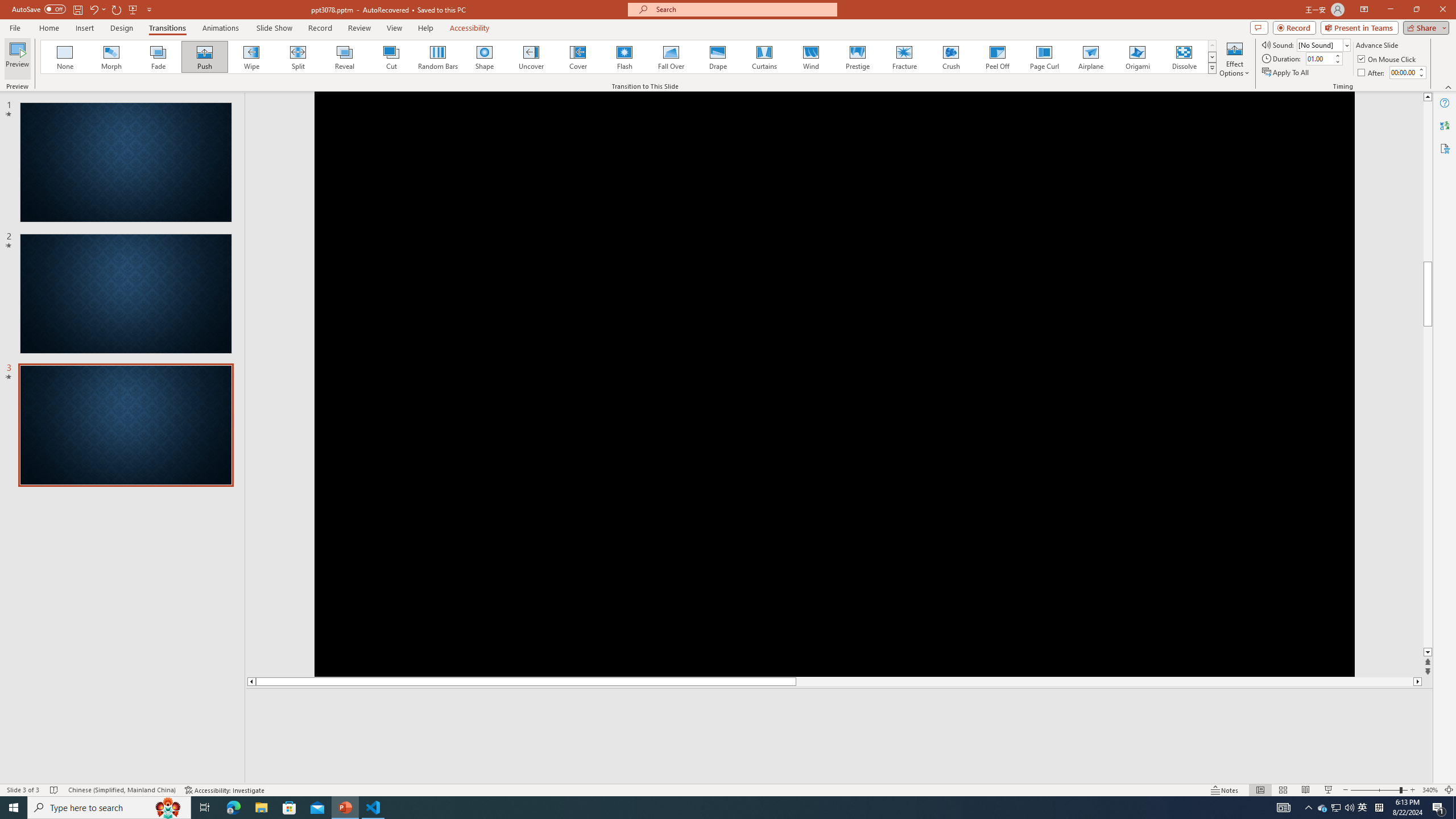 The image size is (1456, 819). Describe the element at coordinates (1287, 72) in the screenshot. I see `'Apply To All'` at that location.